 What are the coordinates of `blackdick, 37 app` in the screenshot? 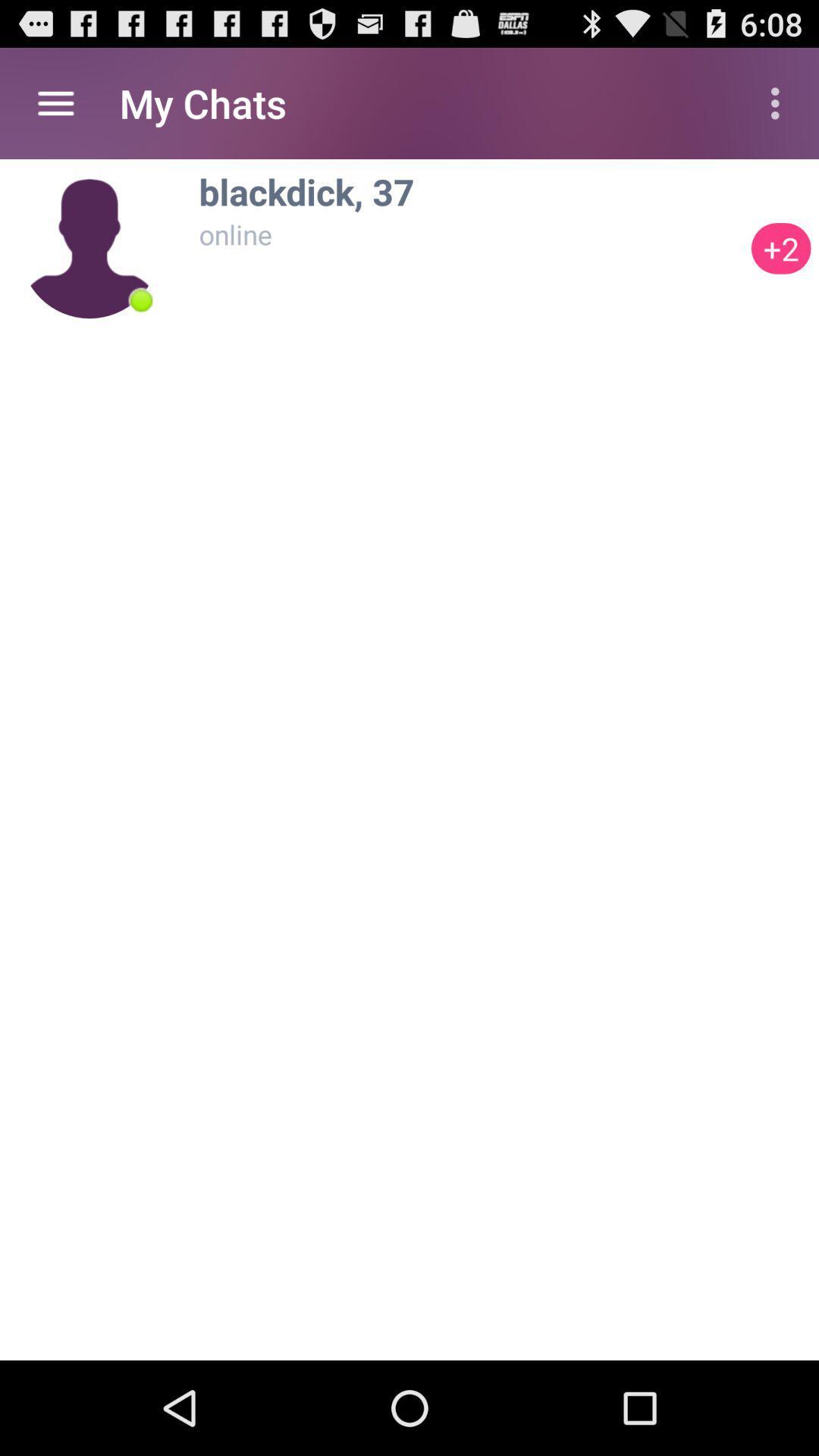 It's located at (470, 190).